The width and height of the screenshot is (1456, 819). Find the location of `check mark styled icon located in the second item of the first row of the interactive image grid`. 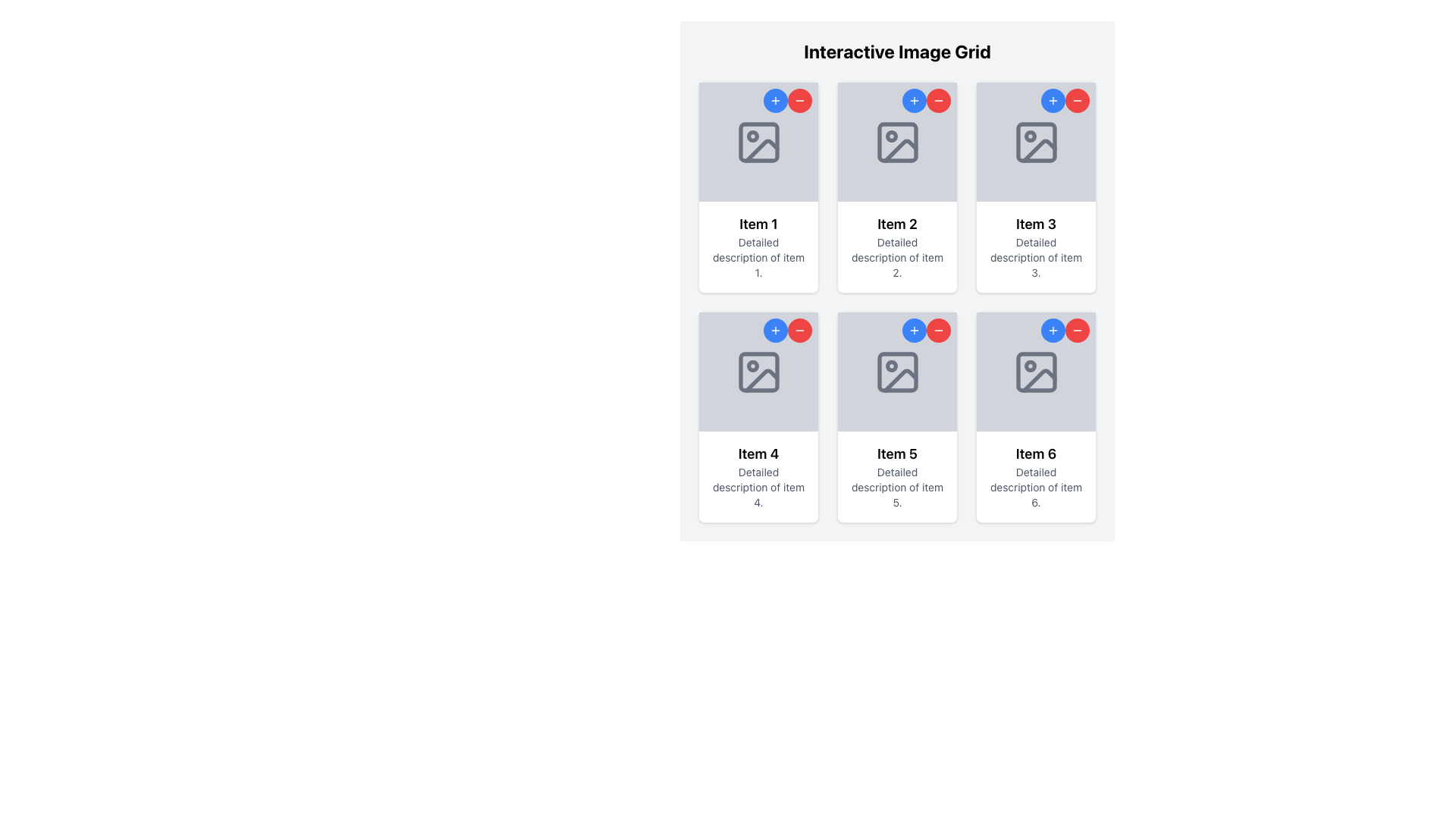

check mark styled icon located in the second item of the first row of the interactive image grid is located at coordinates (900, 150).